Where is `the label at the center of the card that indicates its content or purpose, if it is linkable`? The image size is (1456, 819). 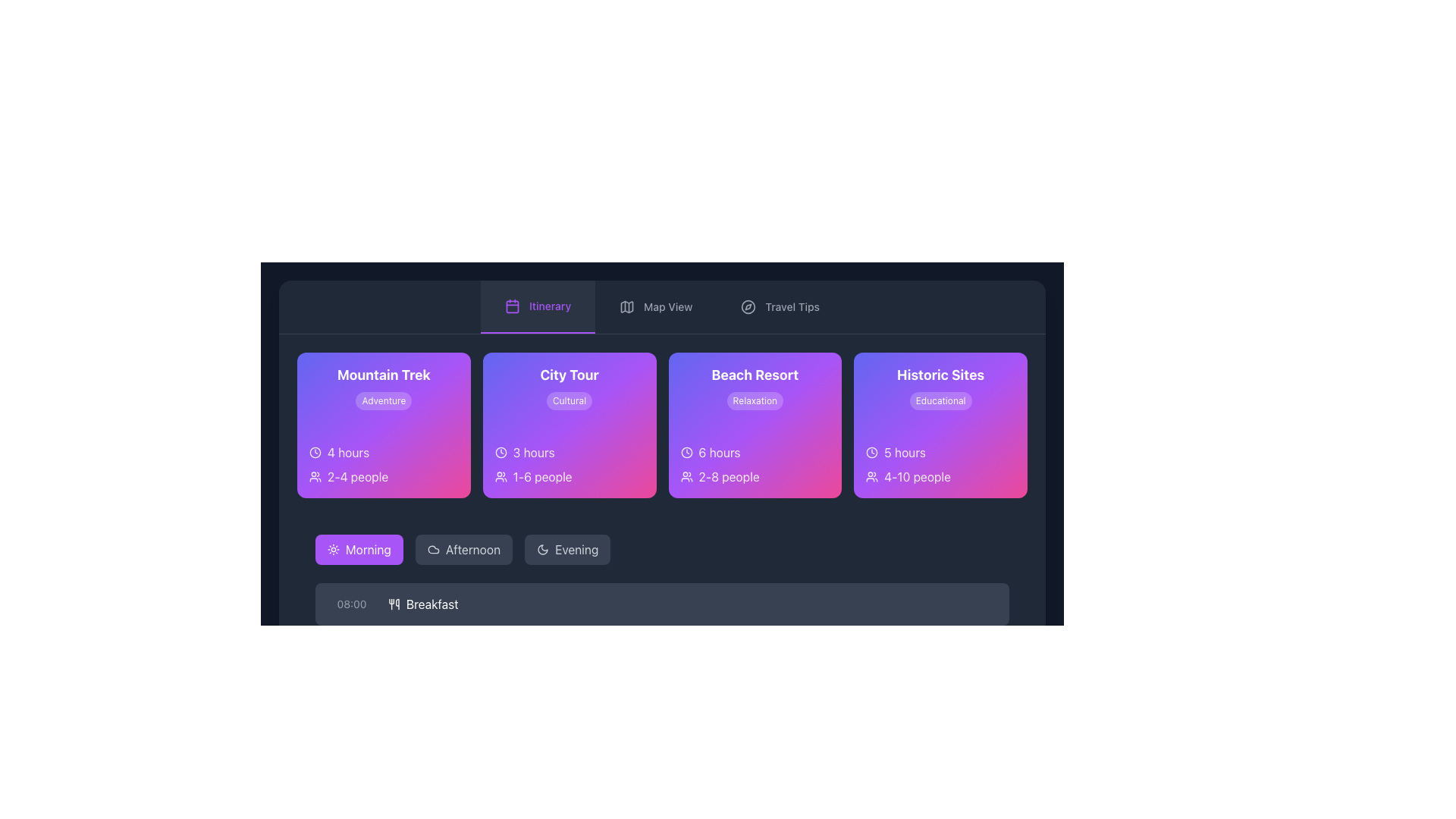 the label at the center of the card that indicates its content or purpose, if it is linkable is located at coordinates (569, 375).